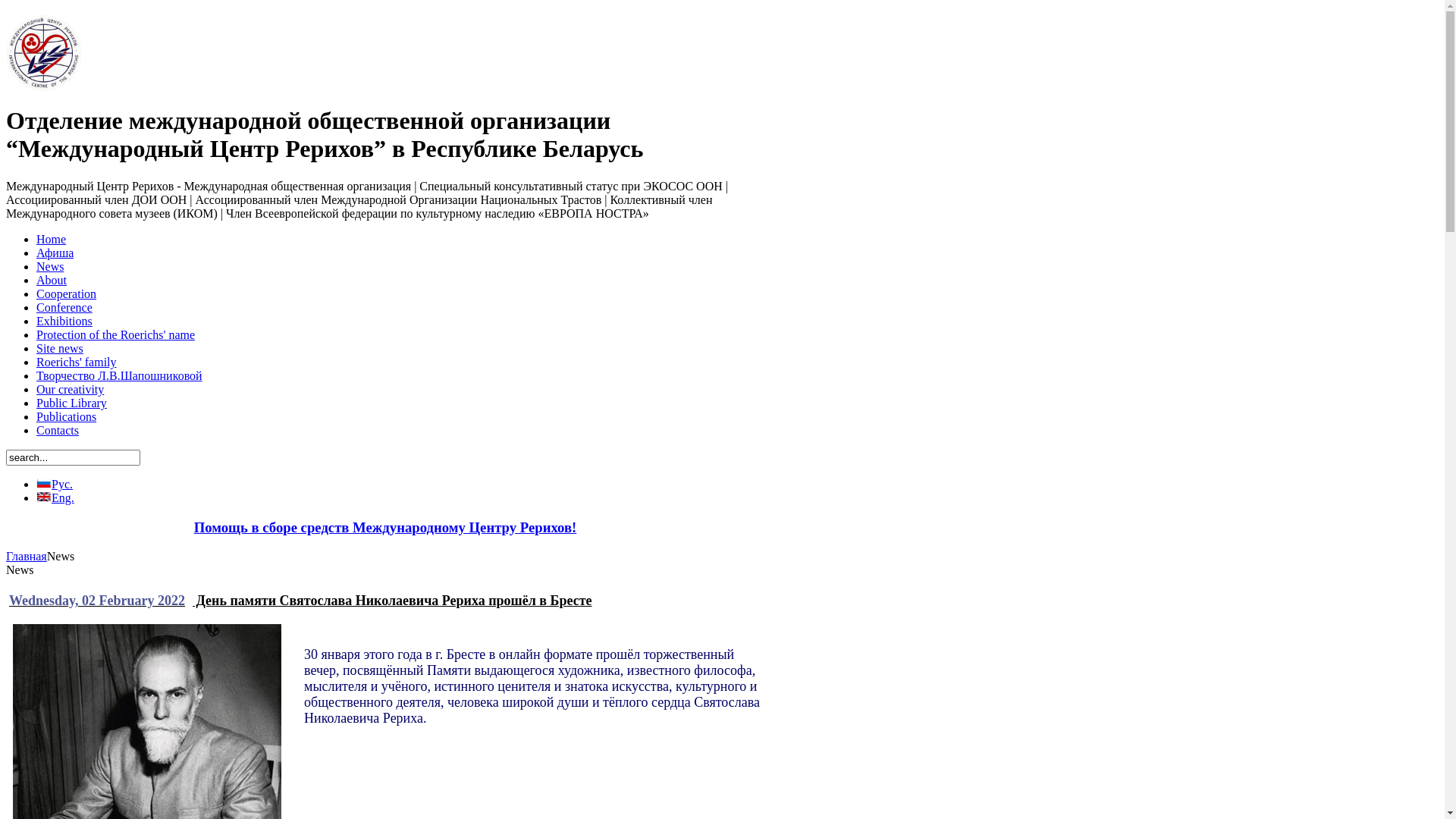 This screenshot has width=1456, height=819. I want to click on 'Roerichs' family', so click(75, 362).